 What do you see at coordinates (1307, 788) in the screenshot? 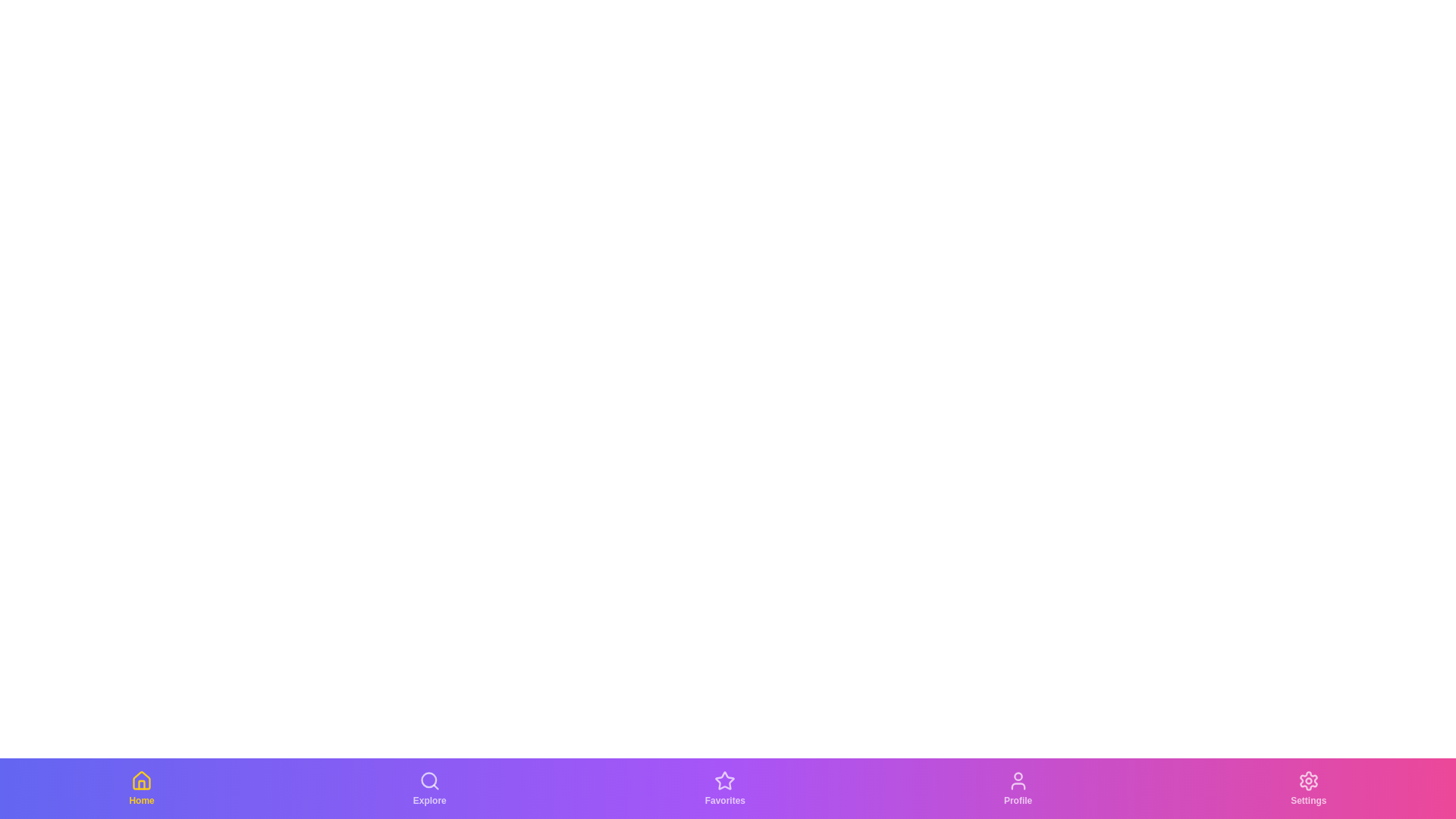
I see `the Settings tab in the bottom navigation bar to switch to its corresponding view` at bounding box center [1307, 788].